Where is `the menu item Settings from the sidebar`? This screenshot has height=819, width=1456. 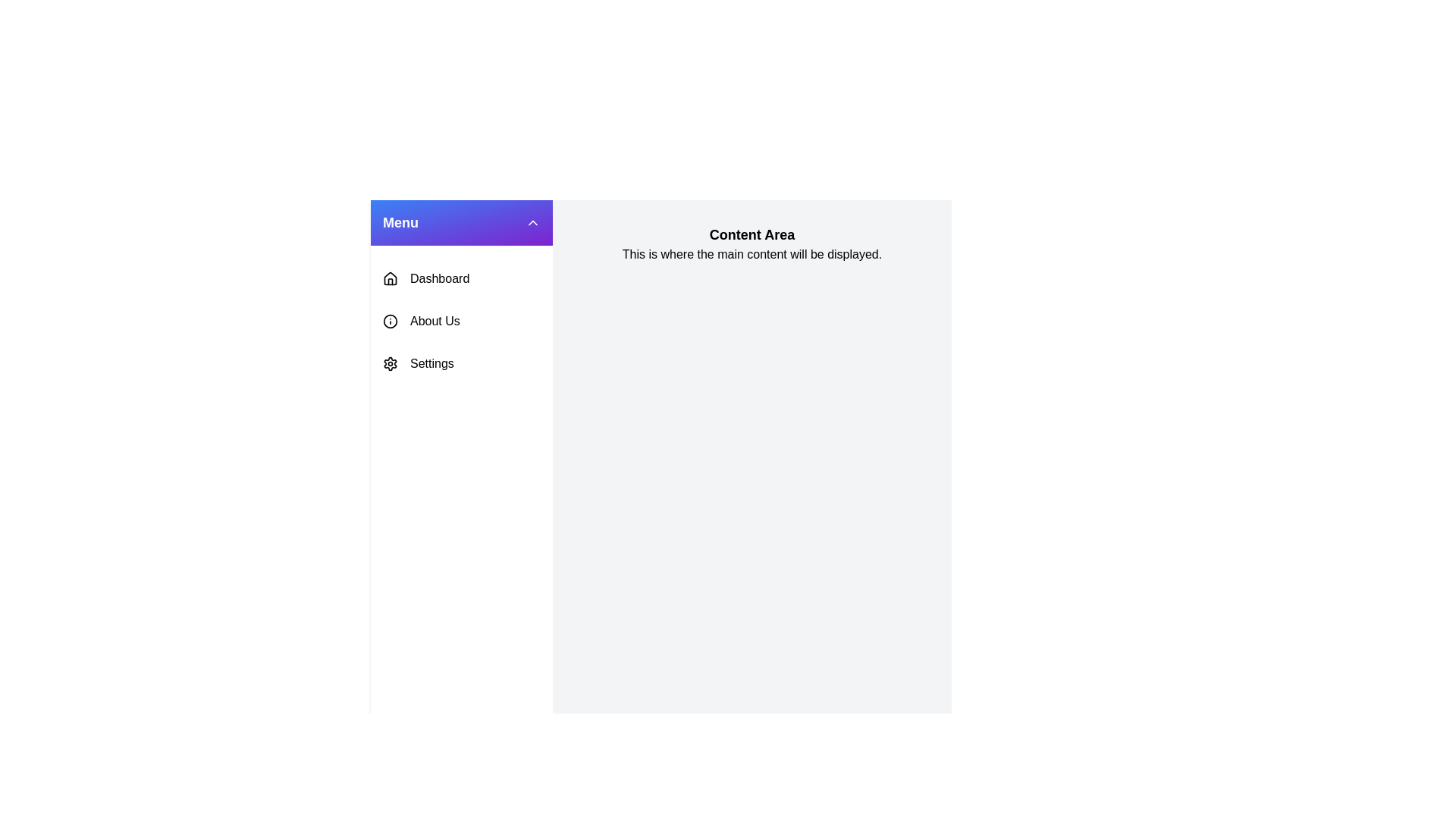
the menu item Settings from the sidebar is located at coordinates (461, 363).